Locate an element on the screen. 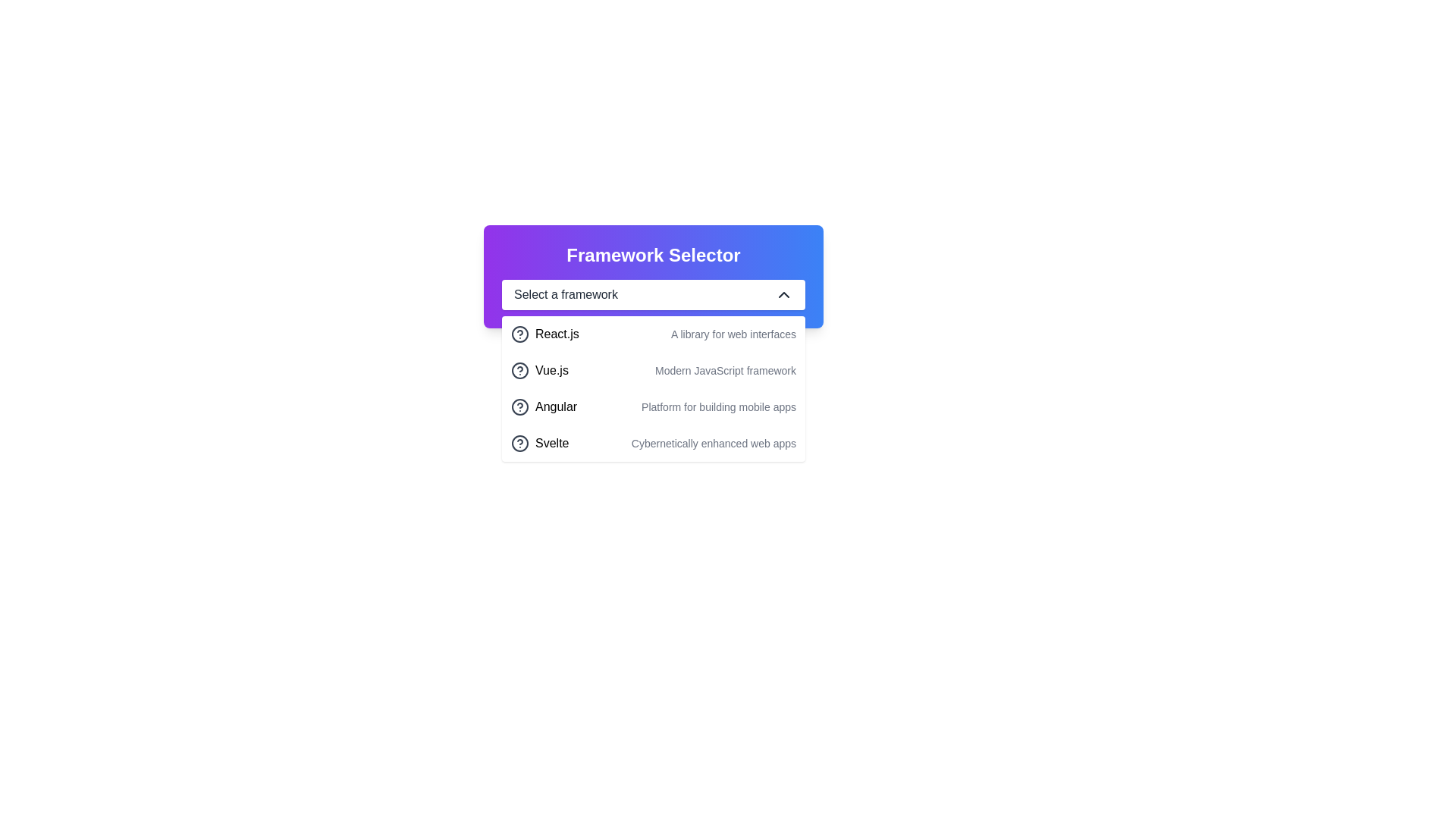 The width and height of the screenshot is (1456, 819). the informational icon associated with the 'React.js' framework is located at coordinates (520, 333).